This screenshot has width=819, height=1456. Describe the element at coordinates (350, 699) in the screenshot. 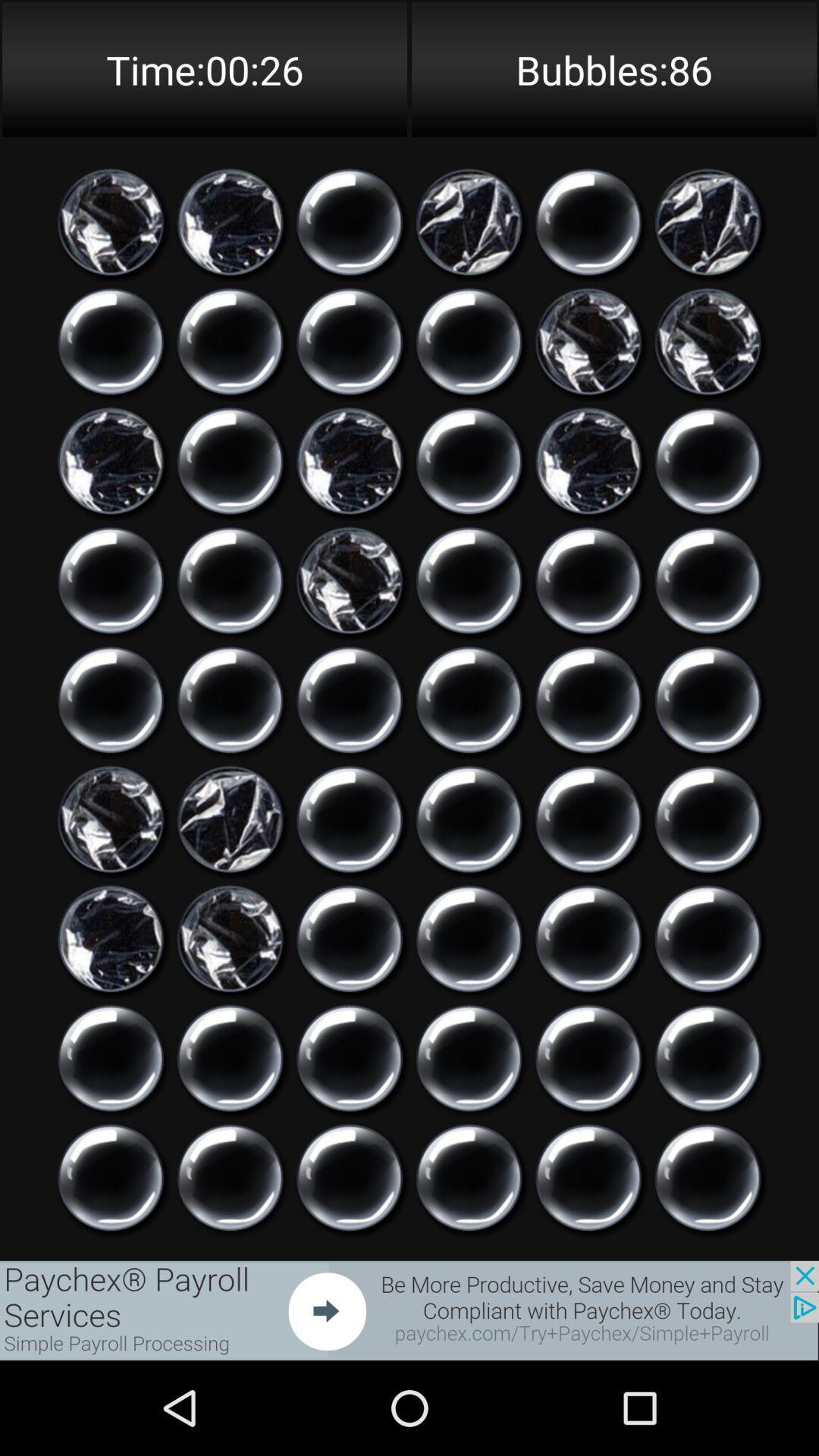

I see `gaming bubbles` at that location.